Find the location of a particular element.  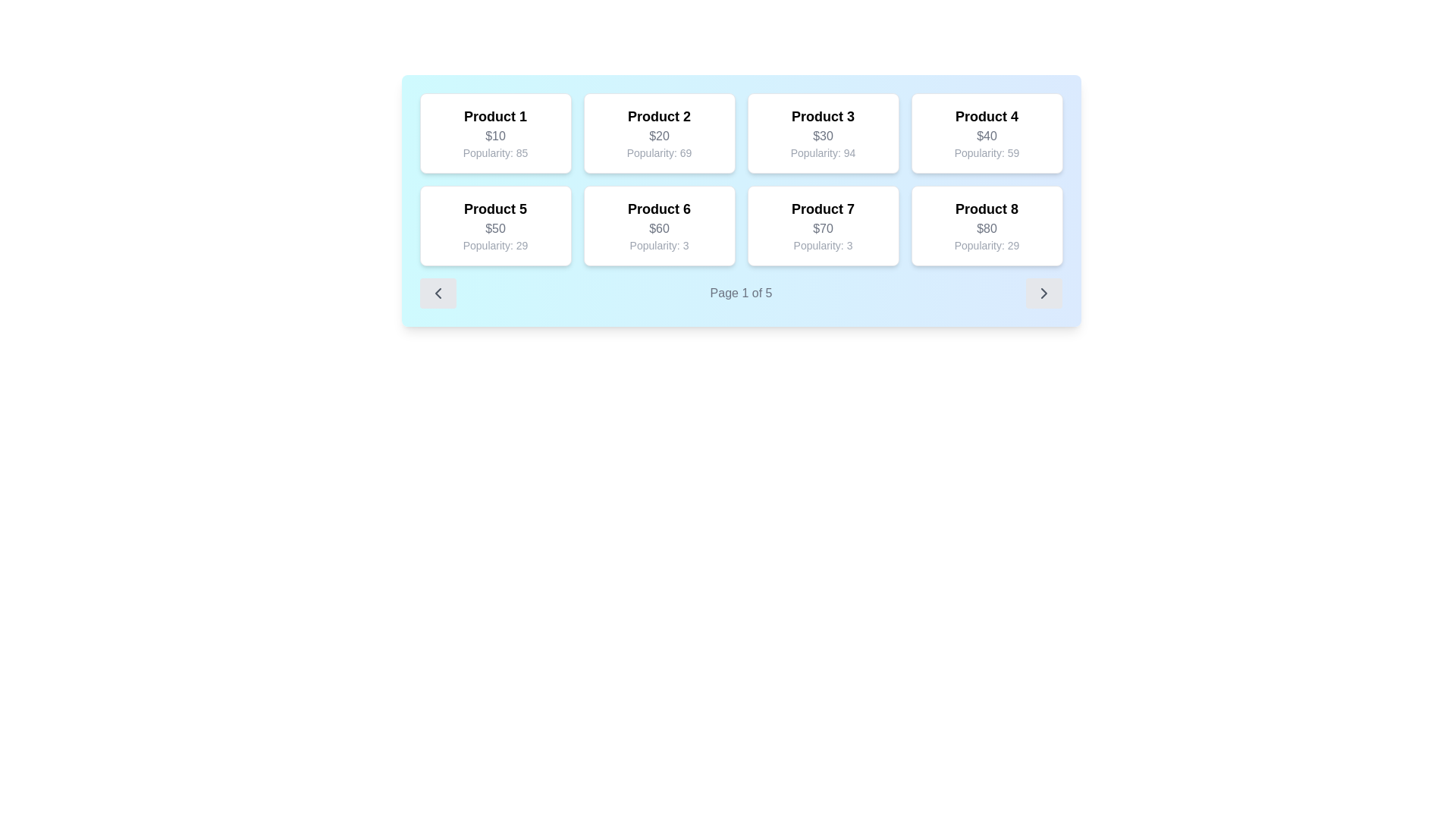

the static text element displaying '$50', which is located in the center of a card layout, under 'Product 5' and above the popularity information is located at coordinates (495, 228).